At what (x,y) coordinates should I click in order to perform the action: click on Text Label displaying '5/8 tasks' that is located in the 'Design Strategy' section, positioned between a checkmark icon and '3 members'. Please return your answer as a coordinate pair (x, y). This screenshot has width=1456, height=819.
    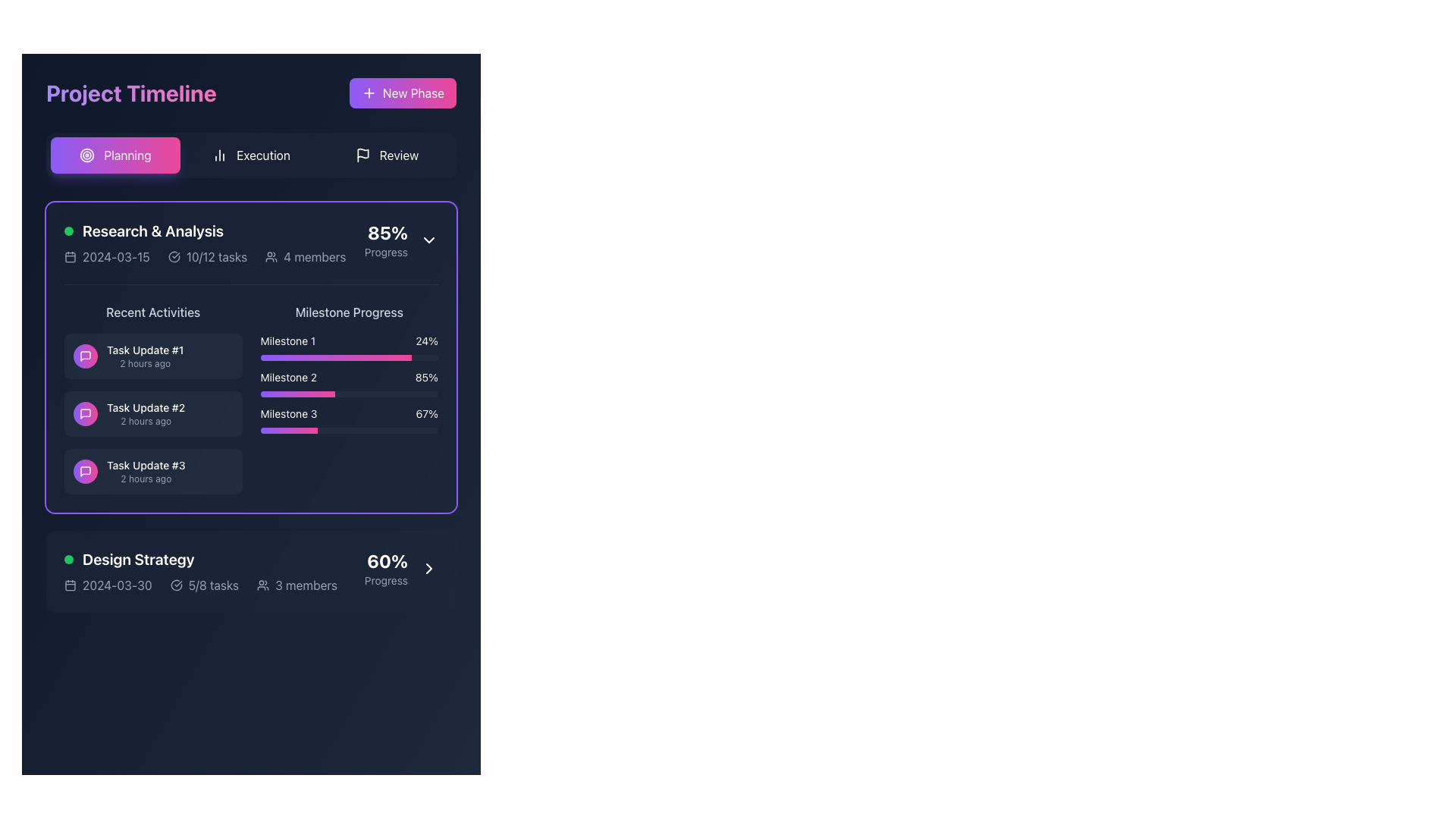
    Looking at the image, I should click on (212, 584).